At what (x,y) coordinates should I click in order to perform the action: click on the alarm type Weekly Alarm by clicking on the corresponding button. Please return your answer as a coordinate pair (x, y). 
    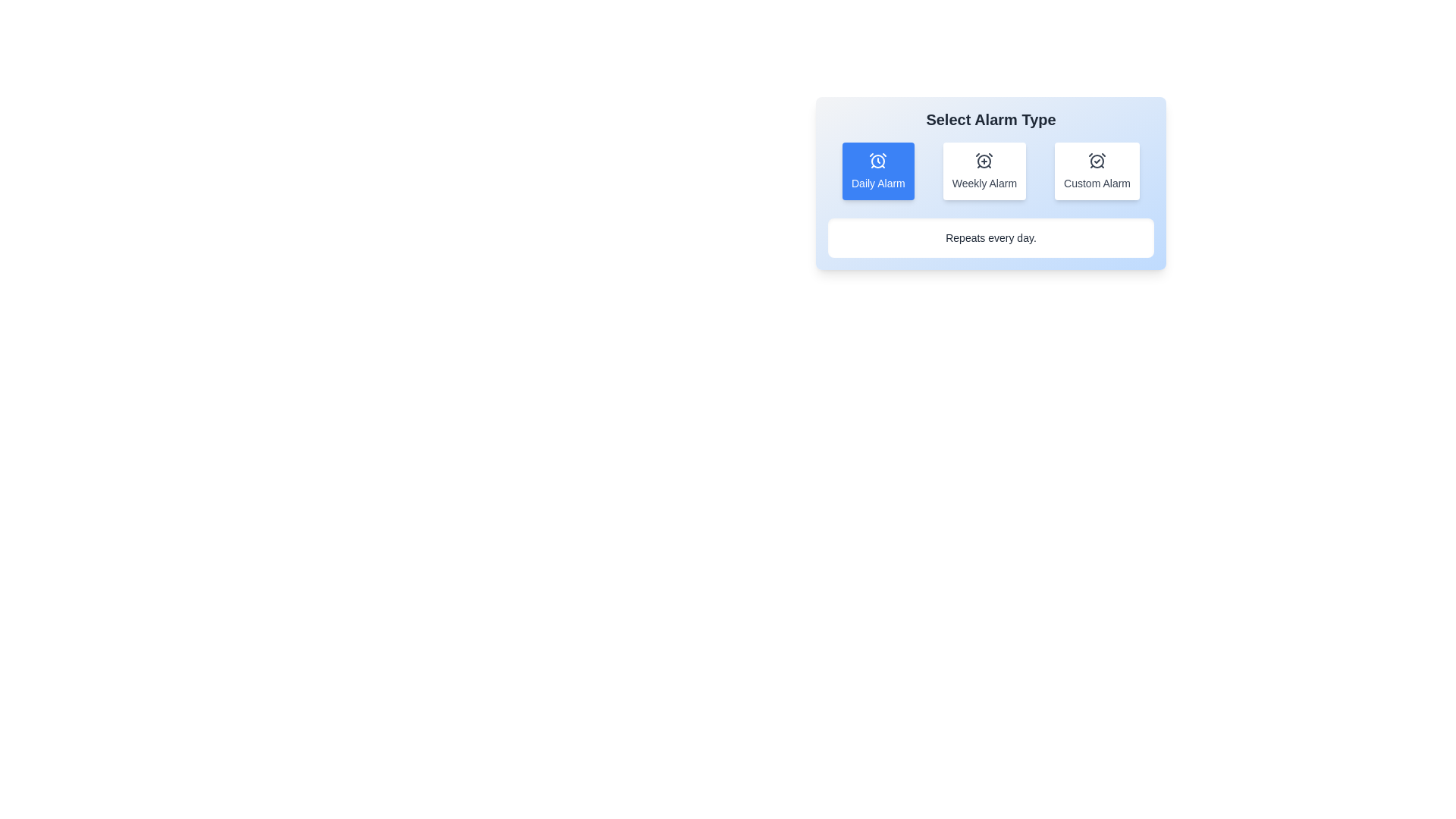
    Looking at the image, I should click on (984, 171).